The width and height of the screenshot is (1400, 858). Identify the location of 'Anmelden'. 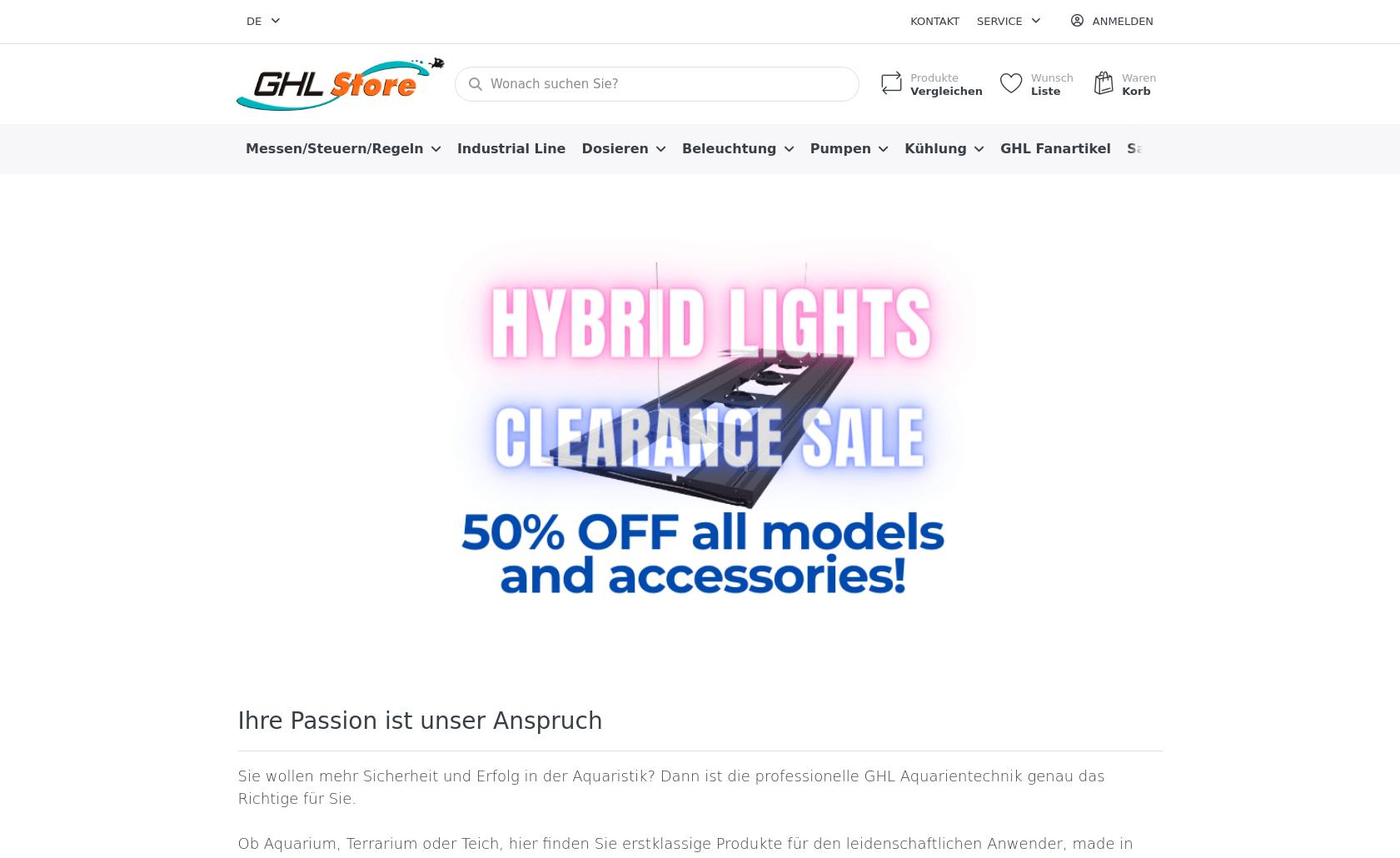
(1122, 21).